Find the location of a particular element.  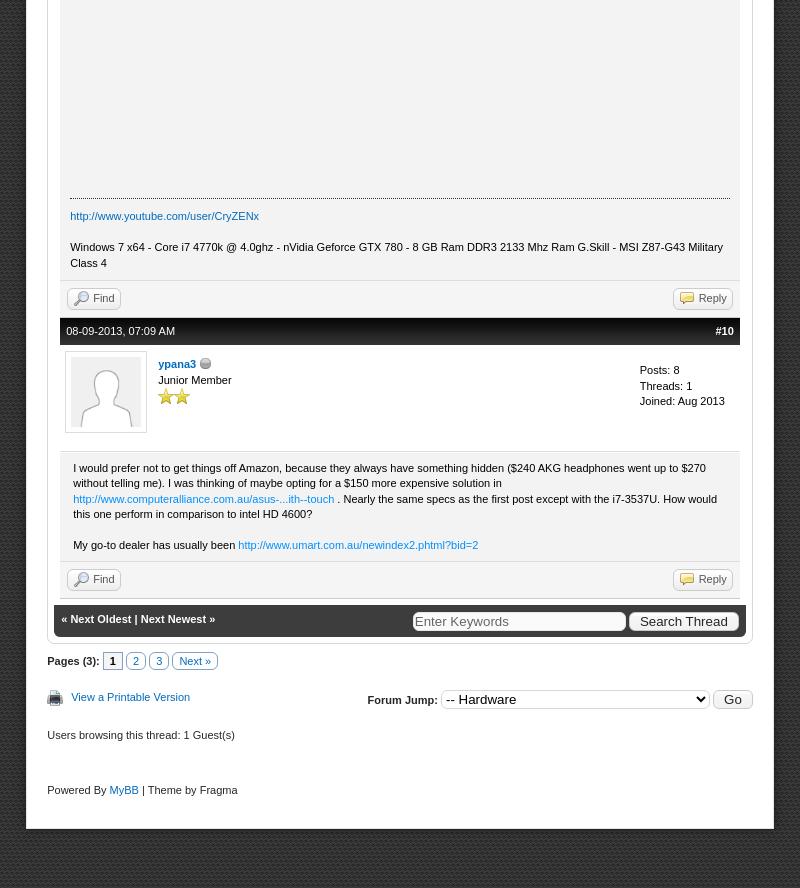

'http://www.umart.com.au/newindex2.phtml?bid=2' is located at coordinates (237, 542).